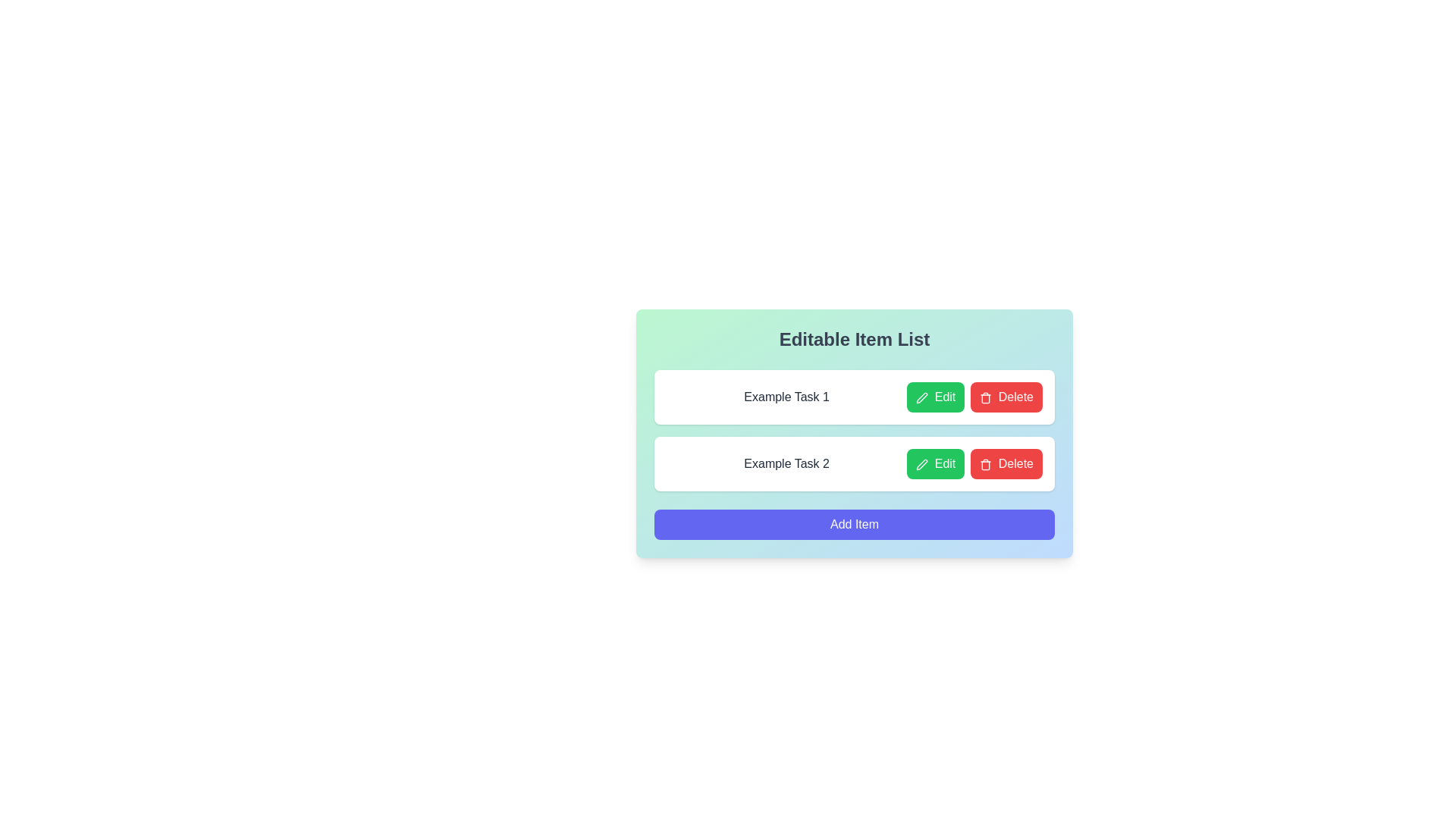  I want to click on the static text label that displays the task title, positioned below 'Example Task 1' and above the 'Add Item' button, so click(786, 463).